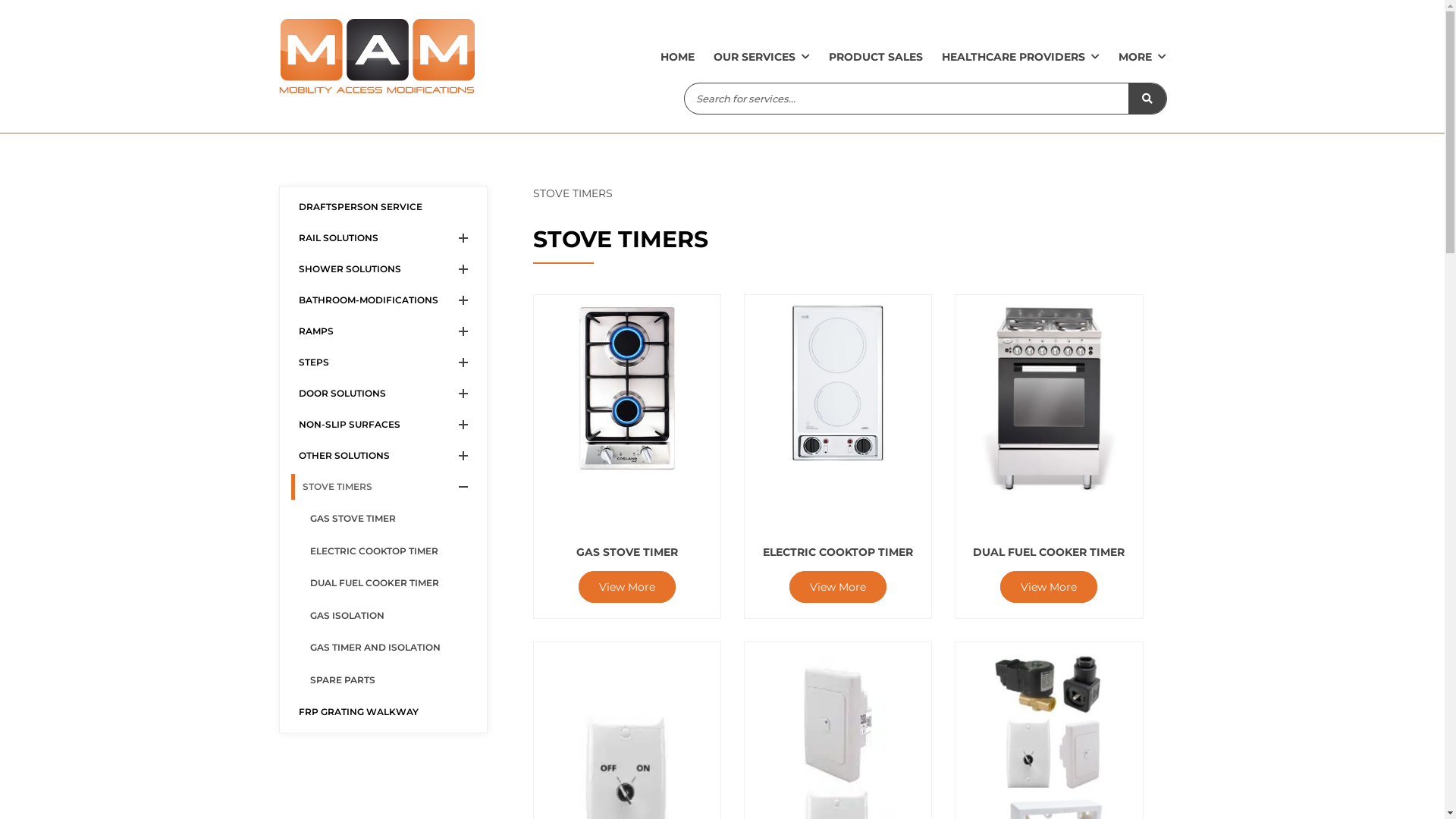 The image size is (1456, 819). I want to click on 'Mobility Access Modifications', so click(279, 55).